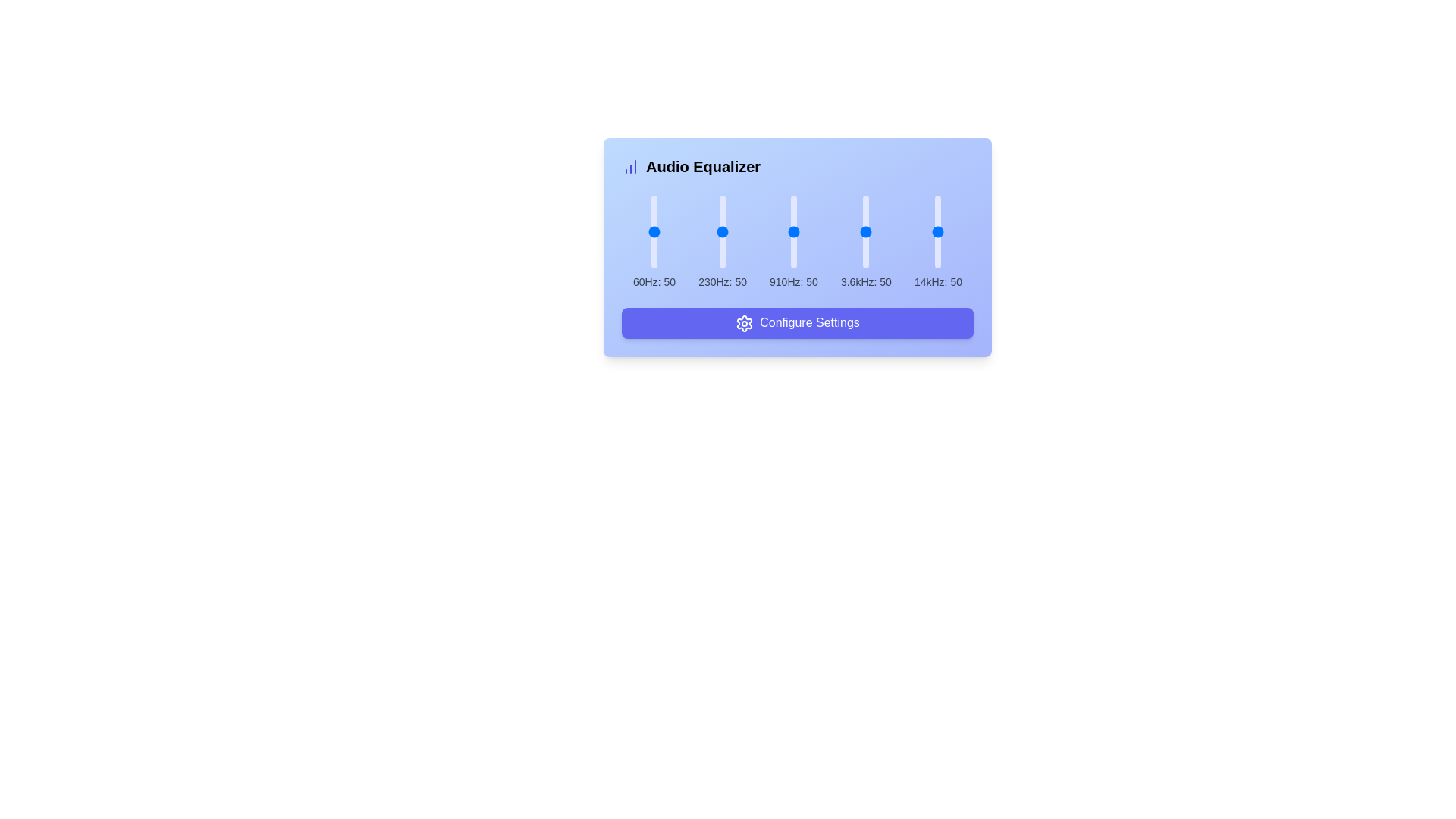 The width and height of the screenshot is (1456, 819). Describe the element at coordinates (866, 196) in the screenshot. I see `the 3.6kHz slider` at that location.